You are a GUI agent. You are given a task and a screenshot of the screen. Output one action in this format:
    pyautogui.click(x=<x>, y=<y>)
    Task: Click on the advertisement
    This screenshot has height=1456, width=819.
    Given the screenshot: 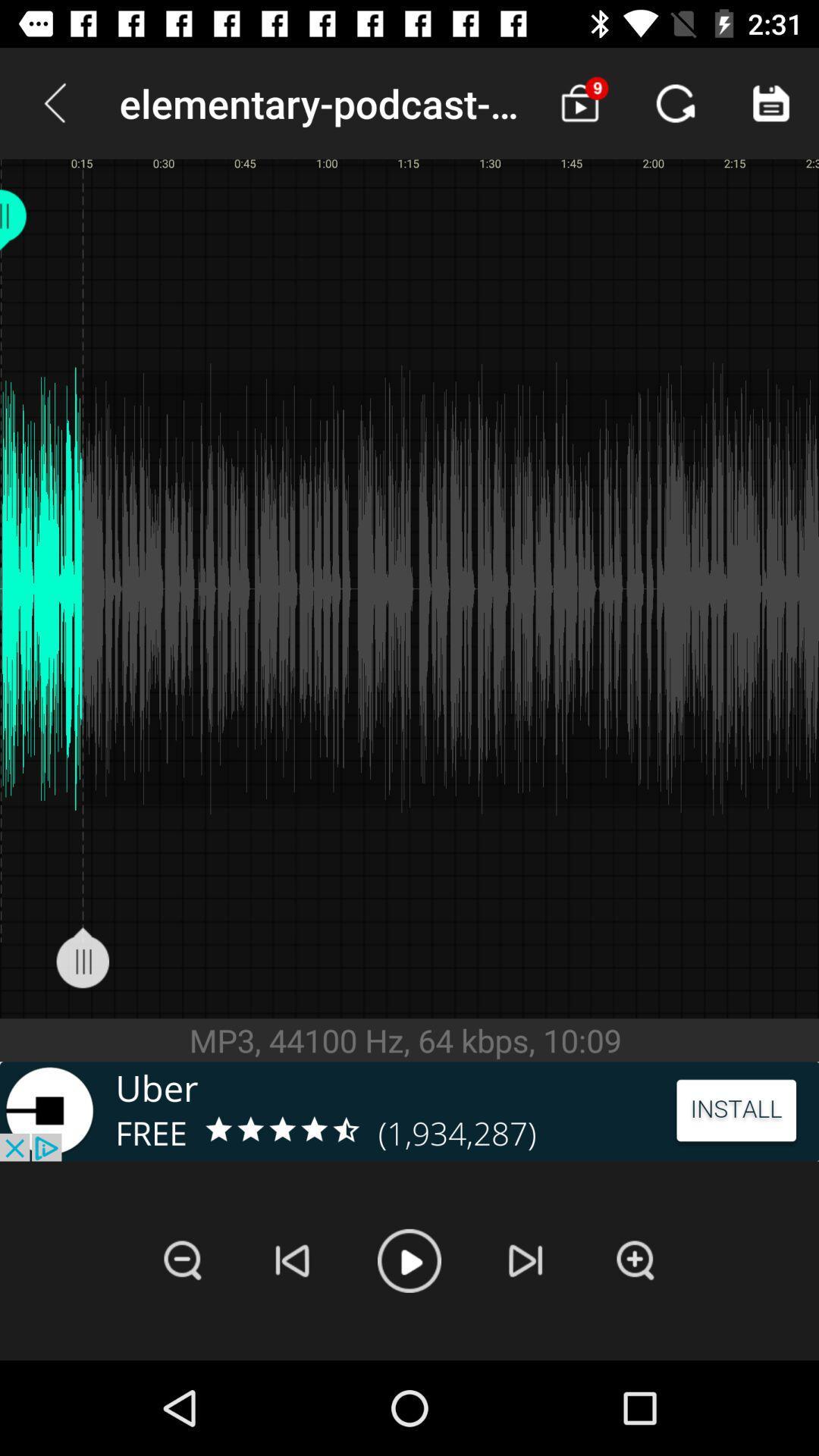 What is the action you would take?
    pyautogui.click(x=409, y=1111)
    